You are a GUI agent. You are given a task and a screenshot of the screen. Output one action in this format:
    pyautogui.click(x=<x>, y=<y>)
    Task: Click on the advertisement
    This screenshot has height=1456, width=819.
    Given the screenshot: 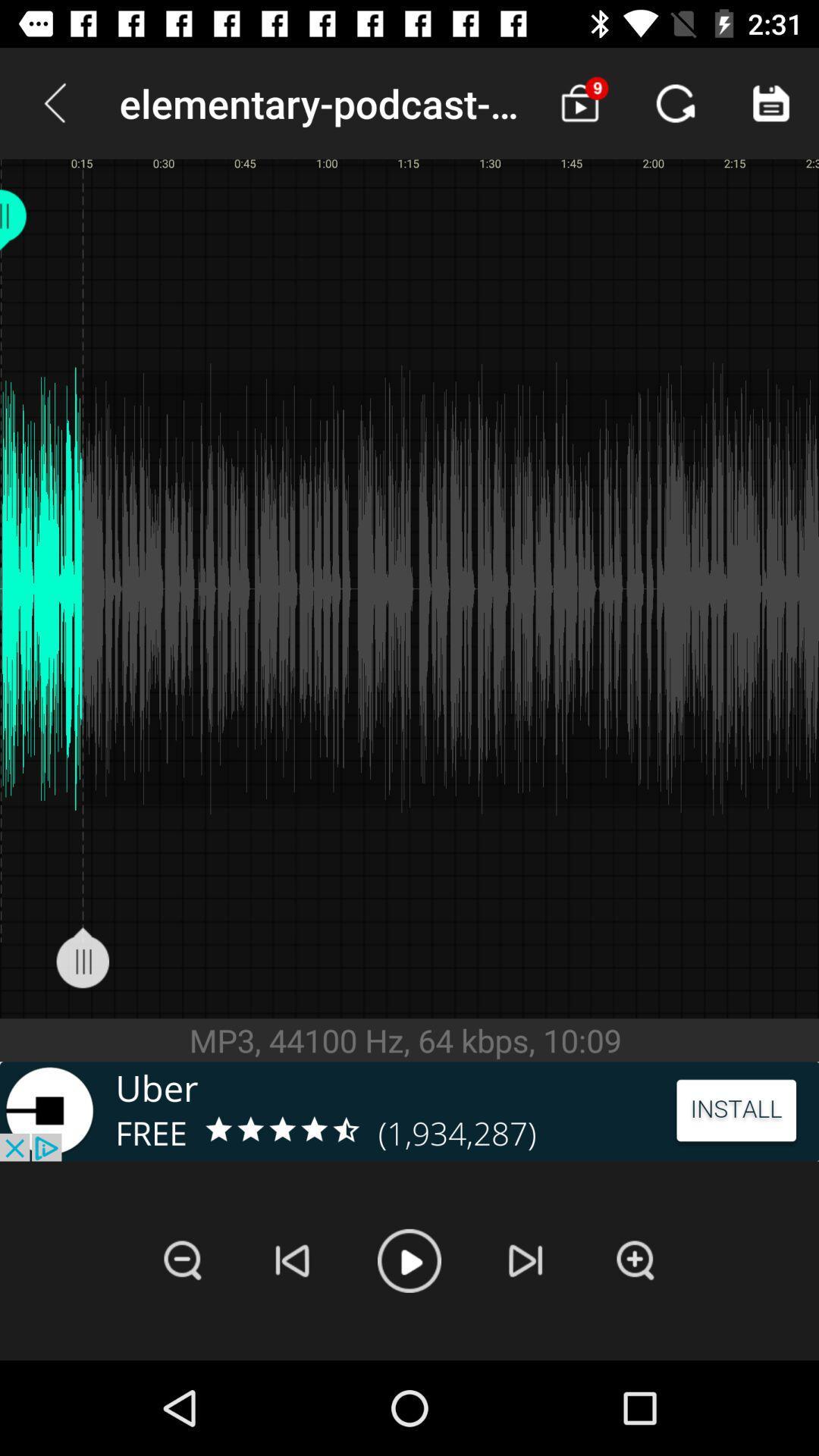 What is the action you would take?
    pyautogui.click(x=409, y=1111)
    